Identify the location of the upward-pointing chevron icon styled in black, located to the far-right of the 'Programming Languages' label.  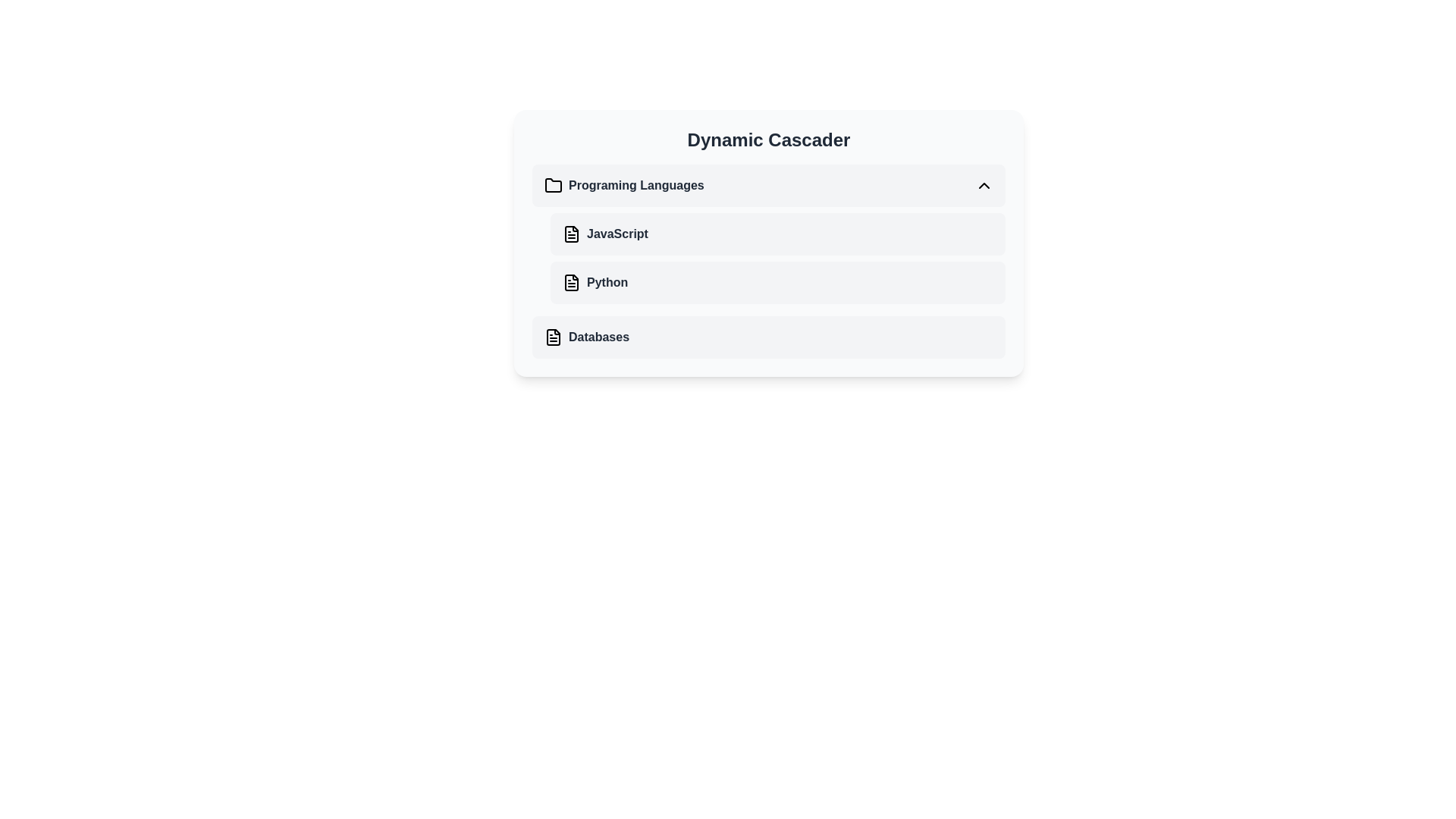
(984, 185).